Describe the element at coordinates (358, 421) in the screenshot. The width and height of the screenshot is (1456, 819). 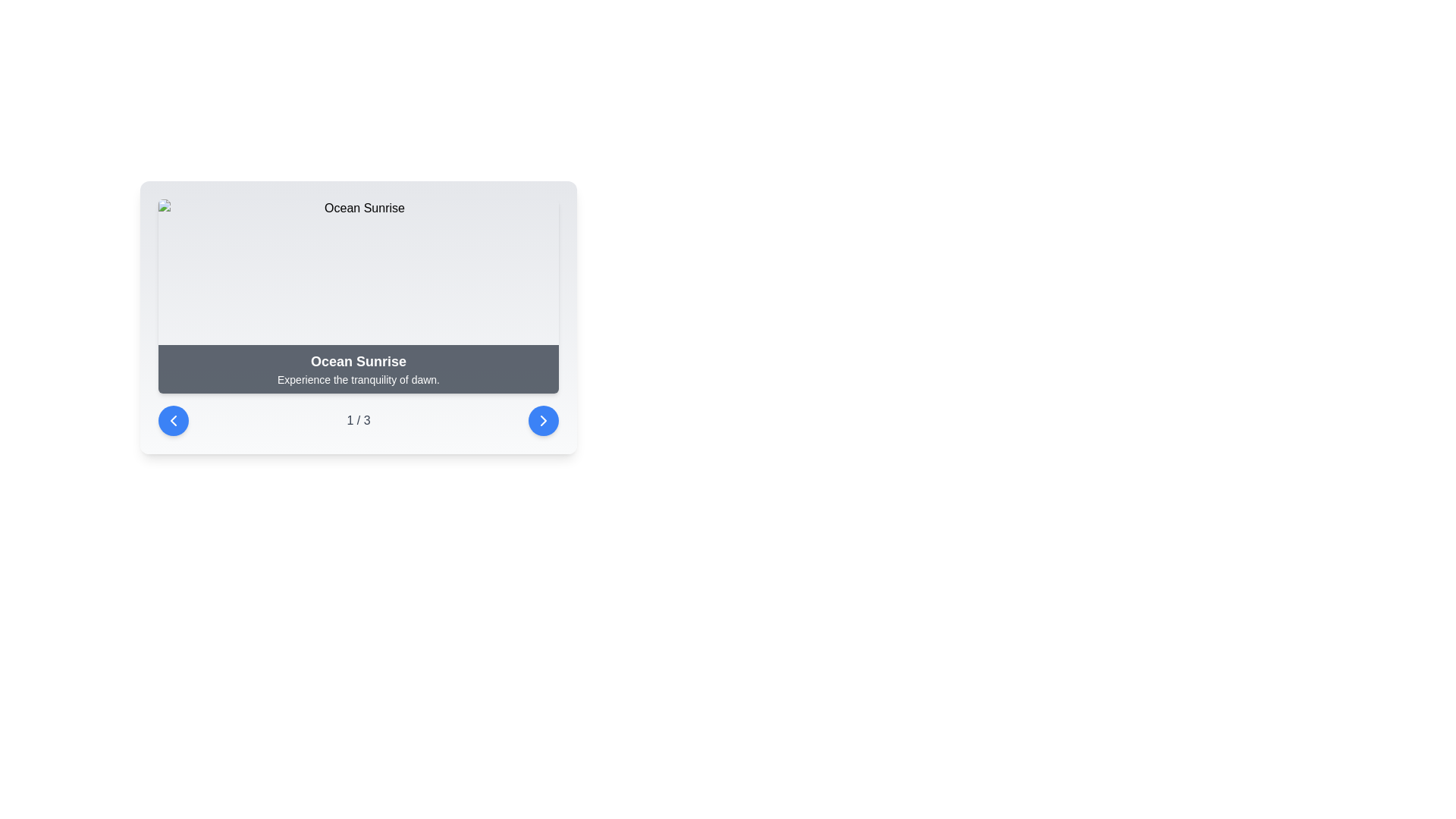
I see `the Text indicator that shows the current step or item in a sequence, positioned centrally between two interactive buttons in the footer-like section` at that location.